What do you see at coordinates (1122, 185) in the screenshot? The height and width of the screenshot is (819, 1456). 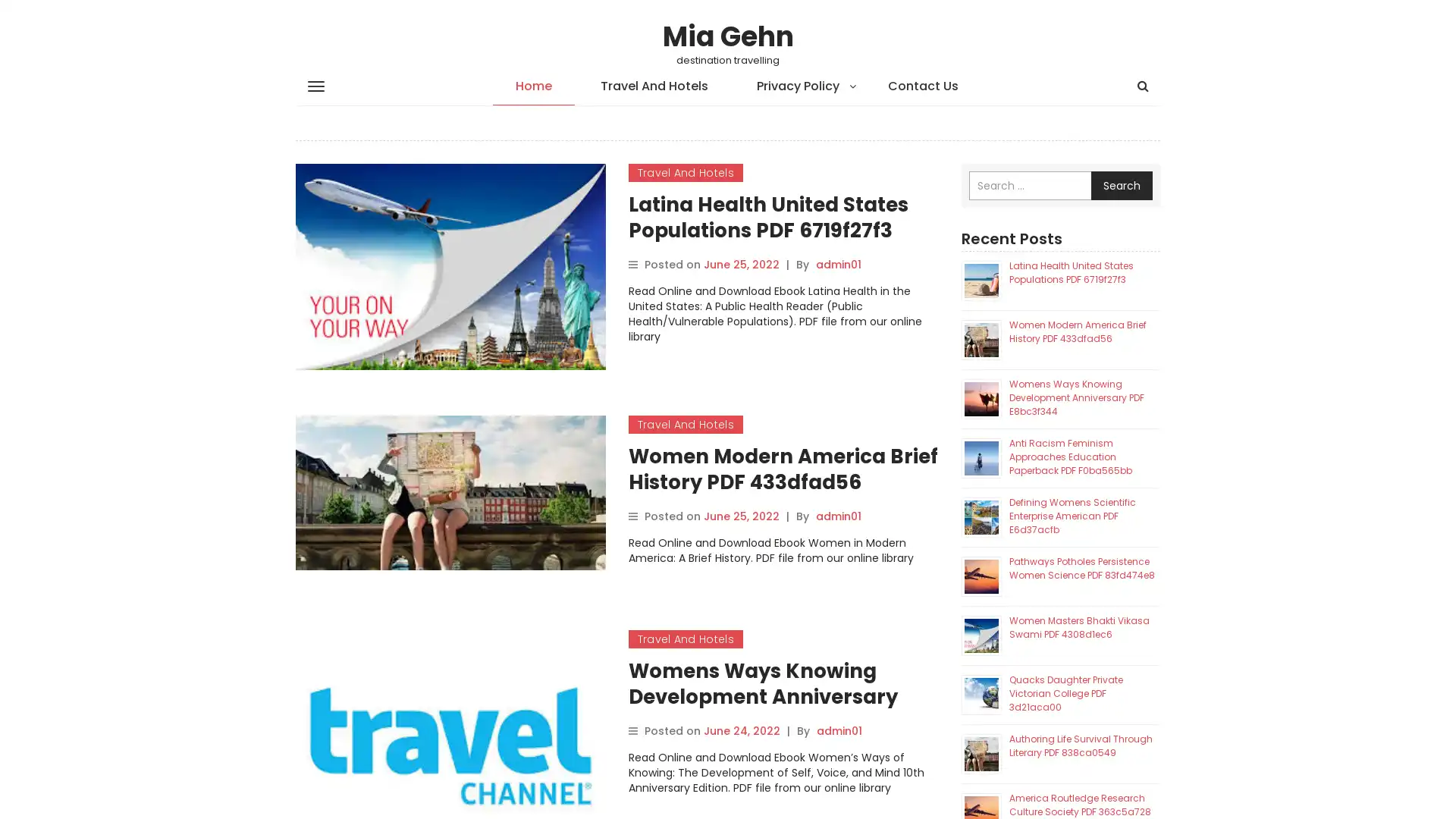 I see `Search` at bounding box center [1122, 185].